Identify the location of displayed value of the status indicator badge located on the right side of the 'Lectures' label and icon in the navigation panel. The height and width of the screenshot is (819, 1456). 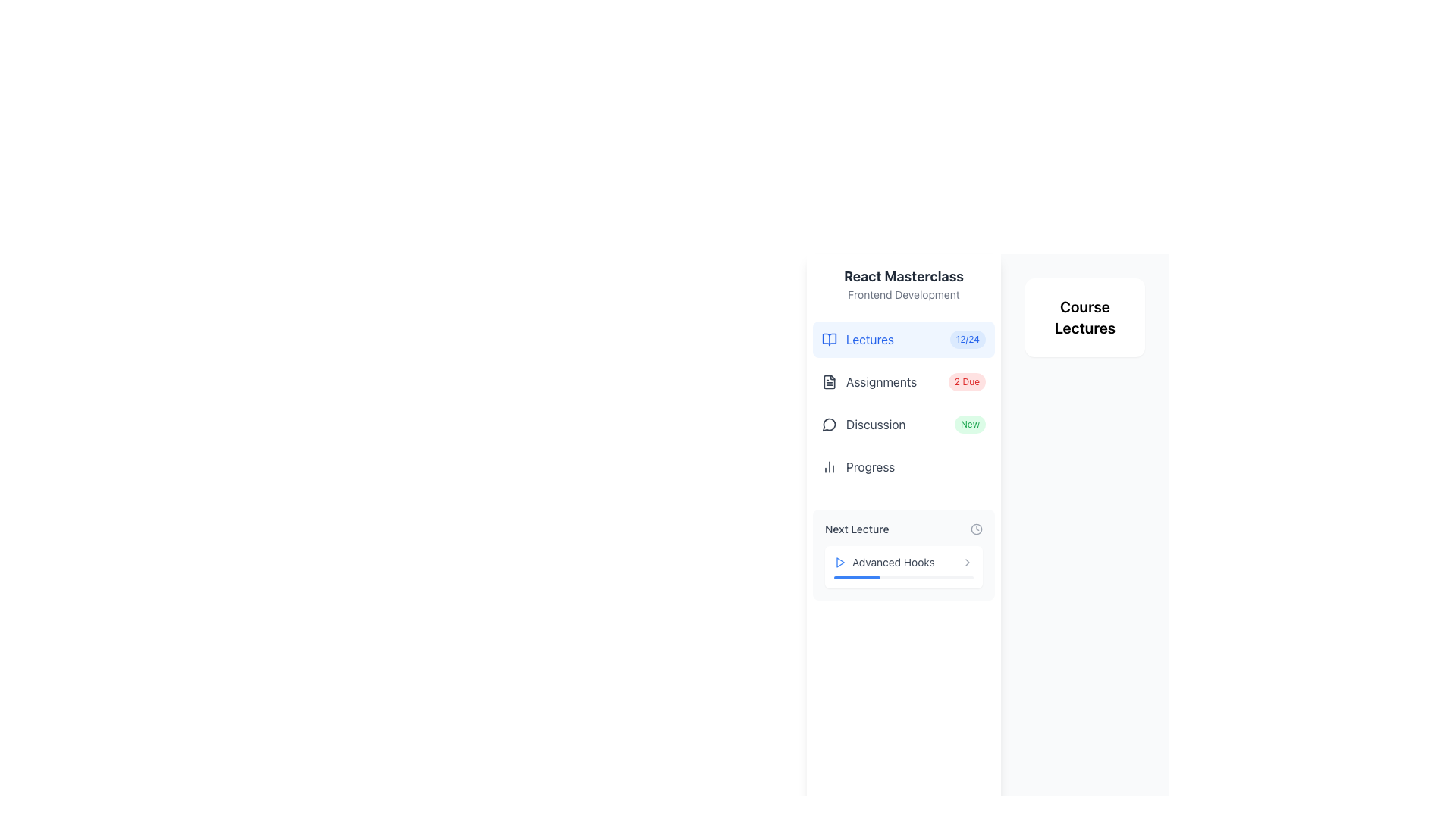
(967, 338).